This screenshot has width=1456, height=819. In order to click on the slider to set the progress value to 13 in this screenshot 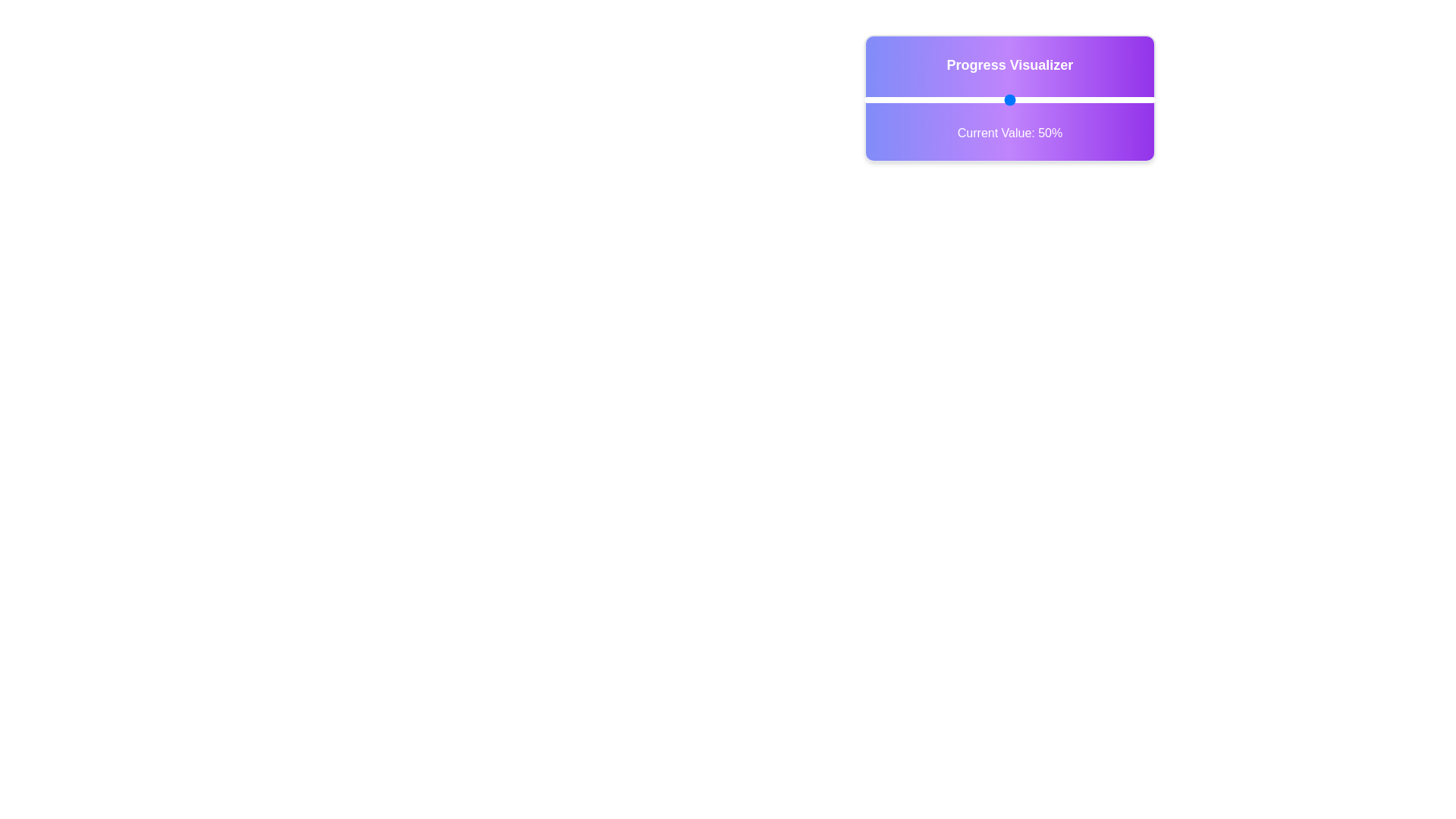, I will do `click(902, 99)`.